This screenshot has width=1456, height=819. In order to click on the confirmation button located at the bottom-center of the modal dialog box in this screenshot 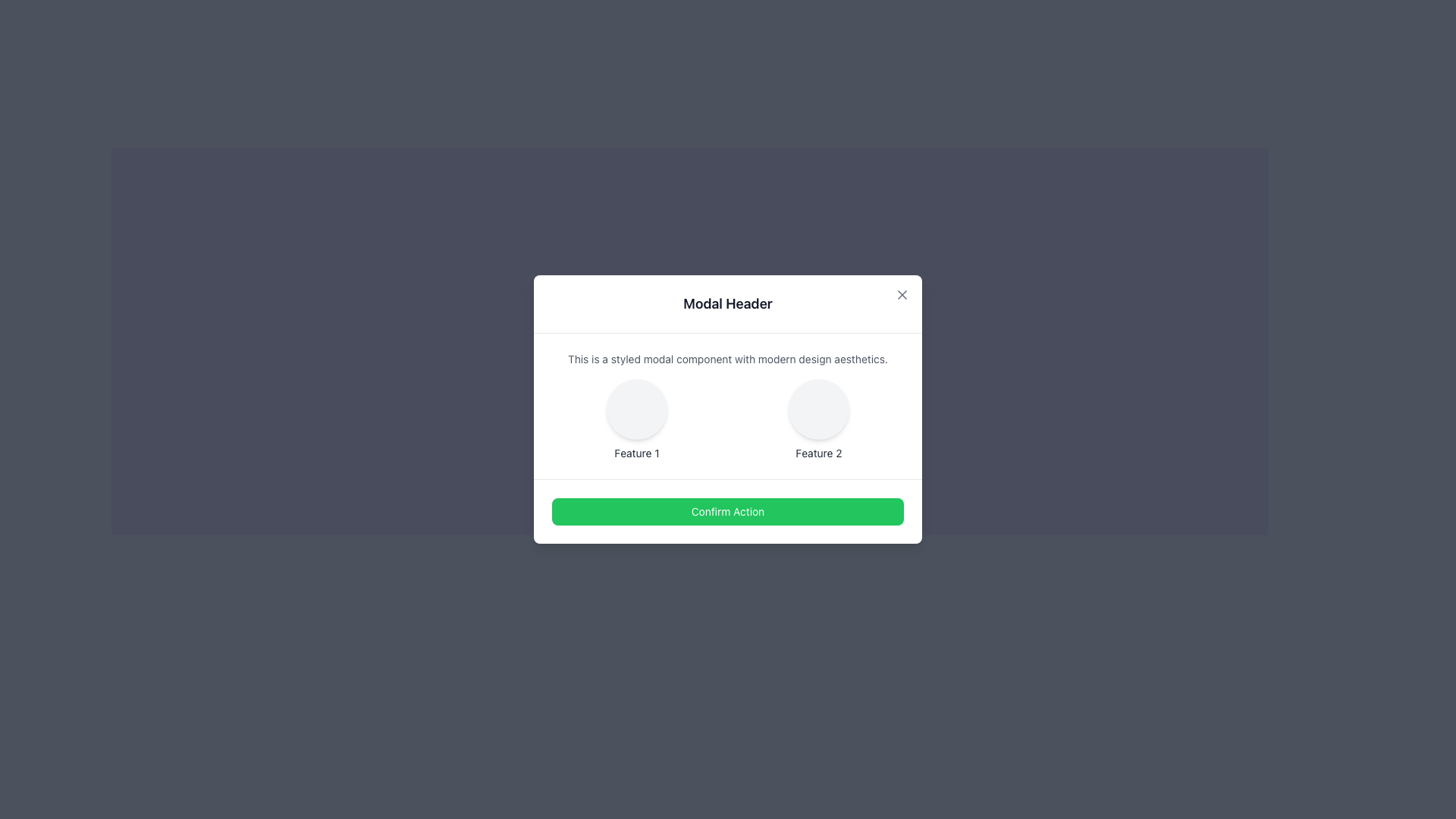, I will do `click(728, 512)`.